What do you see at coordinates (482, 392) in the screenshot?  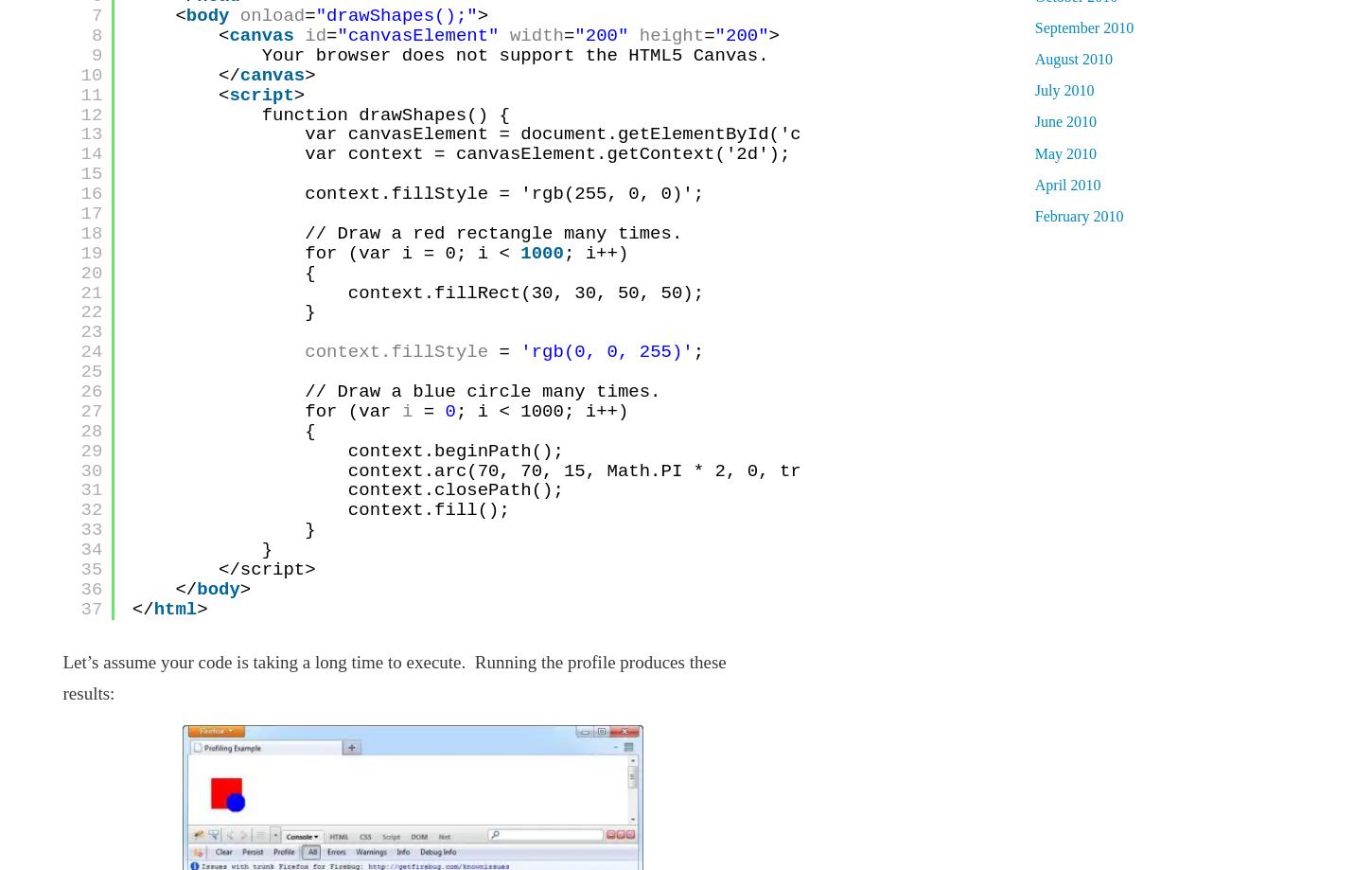 I see `'// Draw a blue circle many times.'` at bounding box center [482, 392].